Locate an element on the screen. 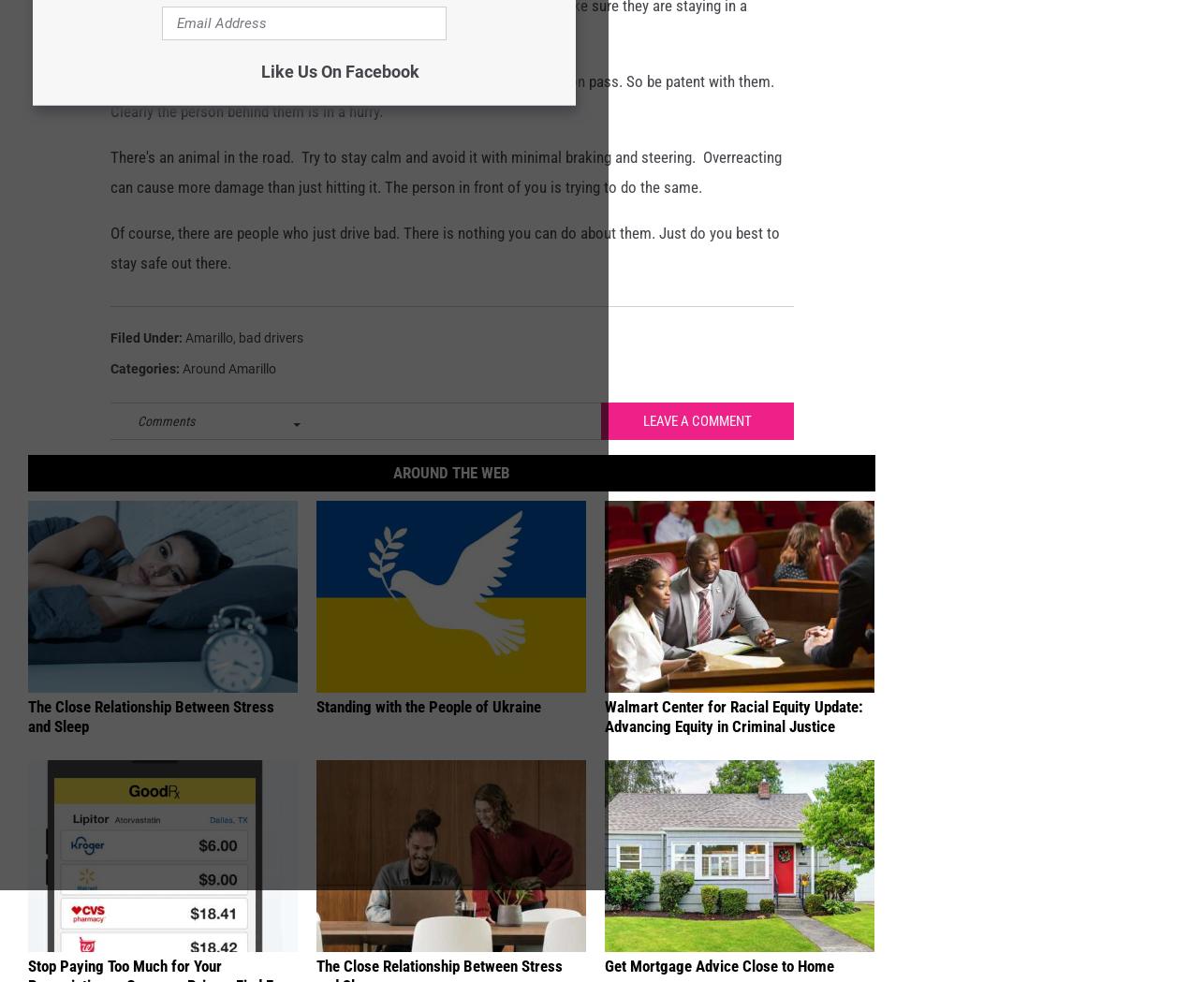  'Standing with the People of Ukraine' is located at coordinates (427, 736).